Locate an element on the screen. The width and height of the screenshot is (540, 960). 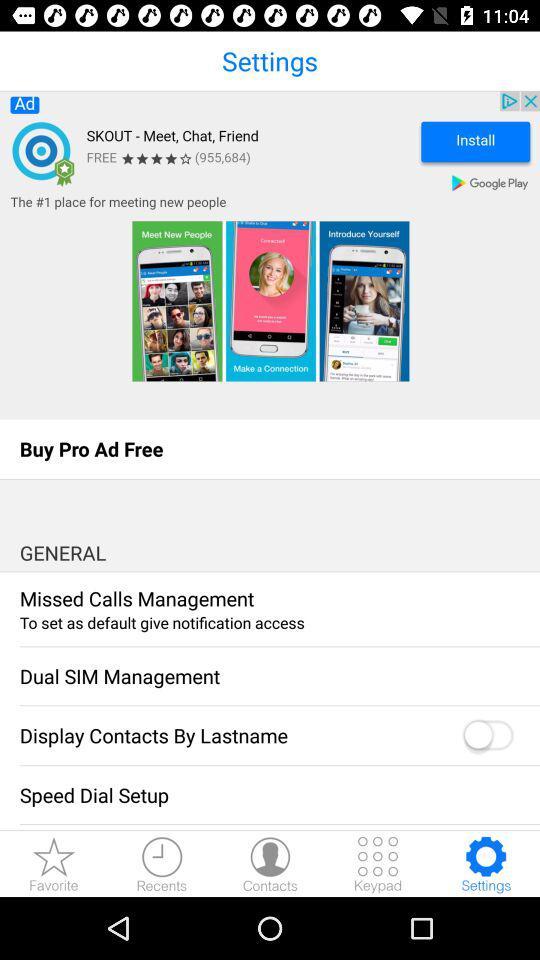
advertisement to install skout app is located at coordinates (270, 254).